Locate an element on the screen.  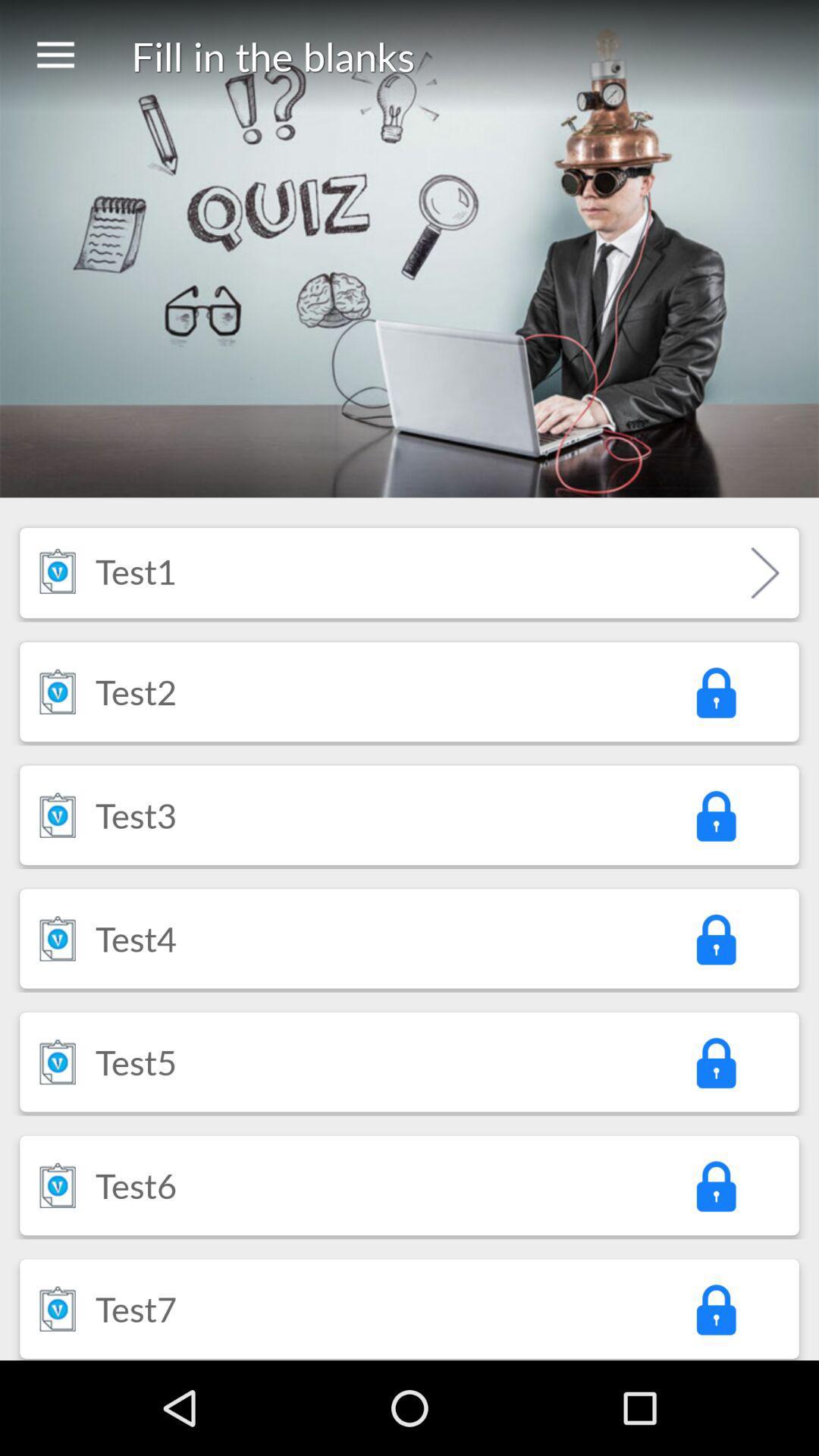
icon next to the test6 icon is located at coordinates (57, 1185).